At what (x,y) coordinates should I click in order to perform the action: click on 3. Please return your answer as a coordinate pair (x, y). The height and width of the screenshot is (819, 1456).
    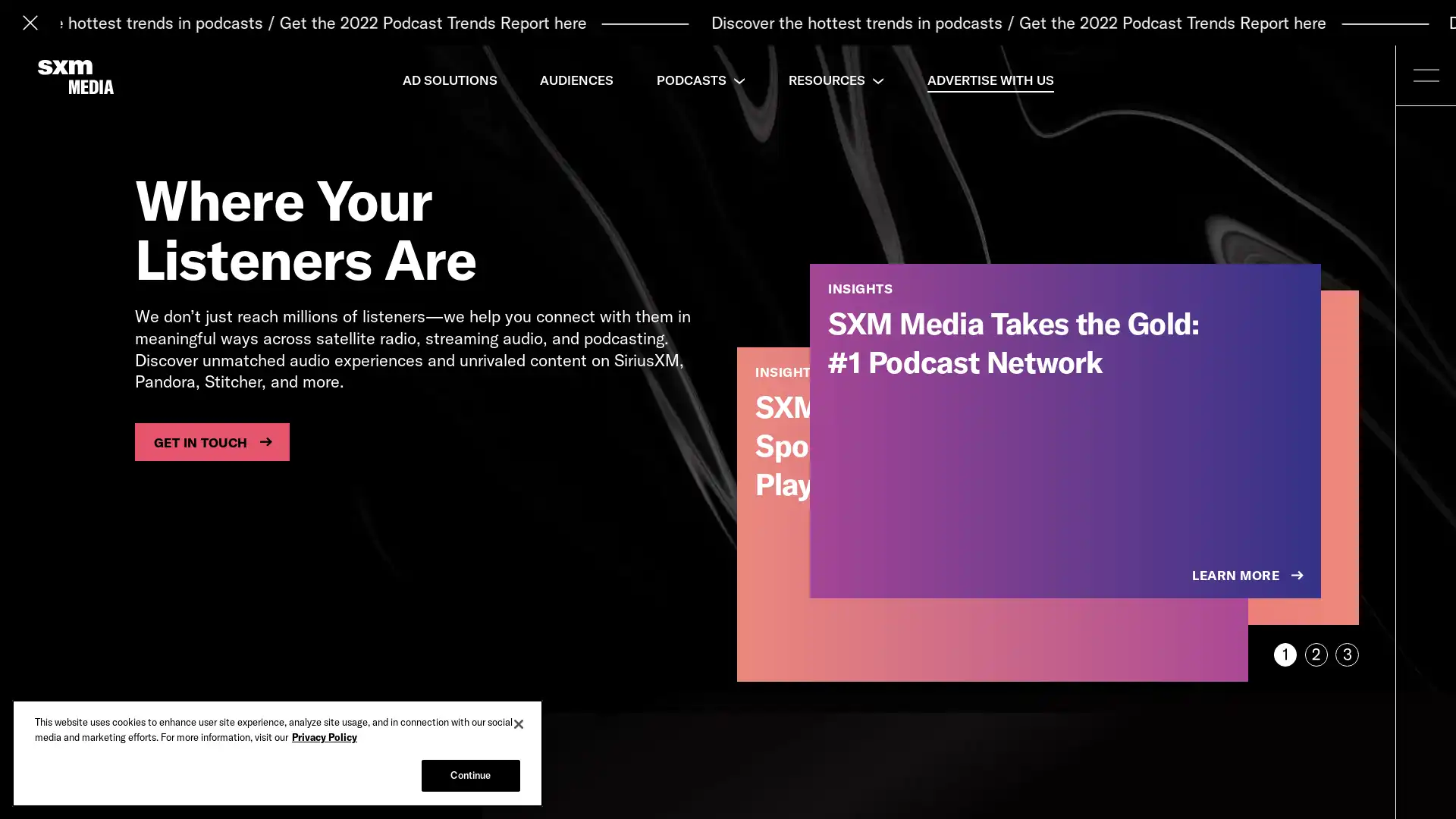
    Looking at the image, I should click on (1347, 654).